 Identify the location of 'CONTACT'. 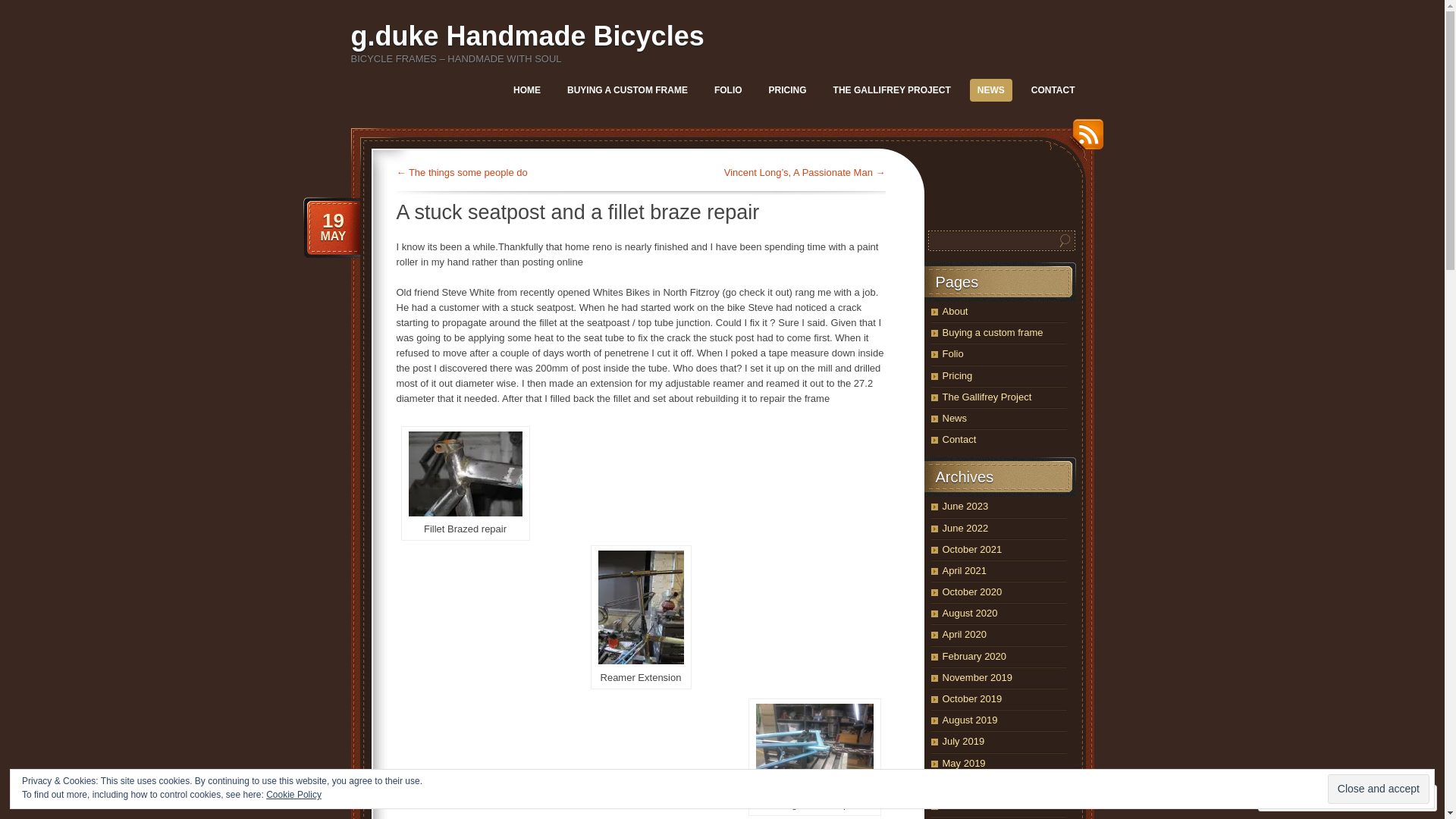
(1052, 90).